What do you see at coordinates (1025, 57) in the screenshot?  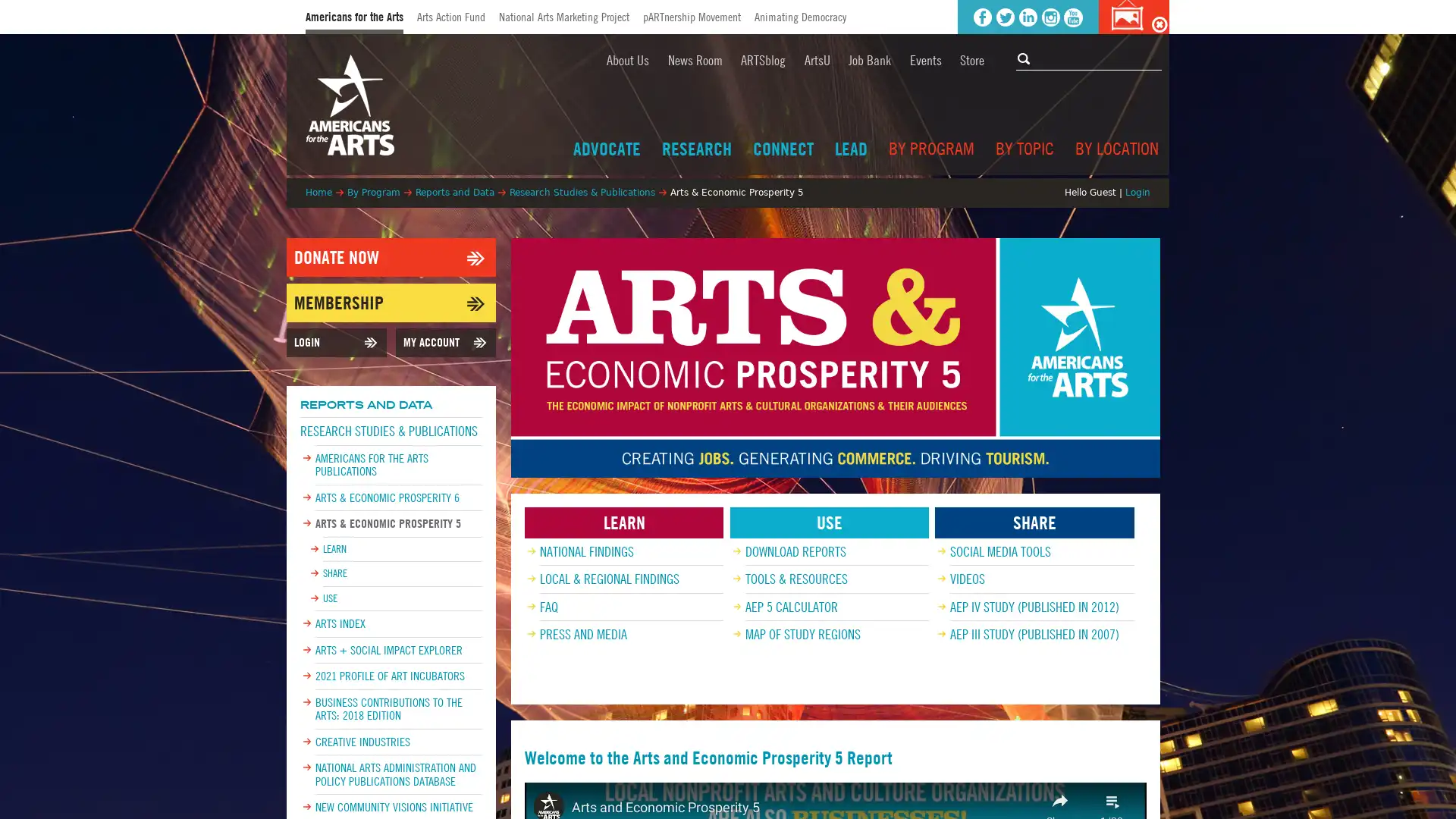 I see `Search` at bounding box center [1025, 57].